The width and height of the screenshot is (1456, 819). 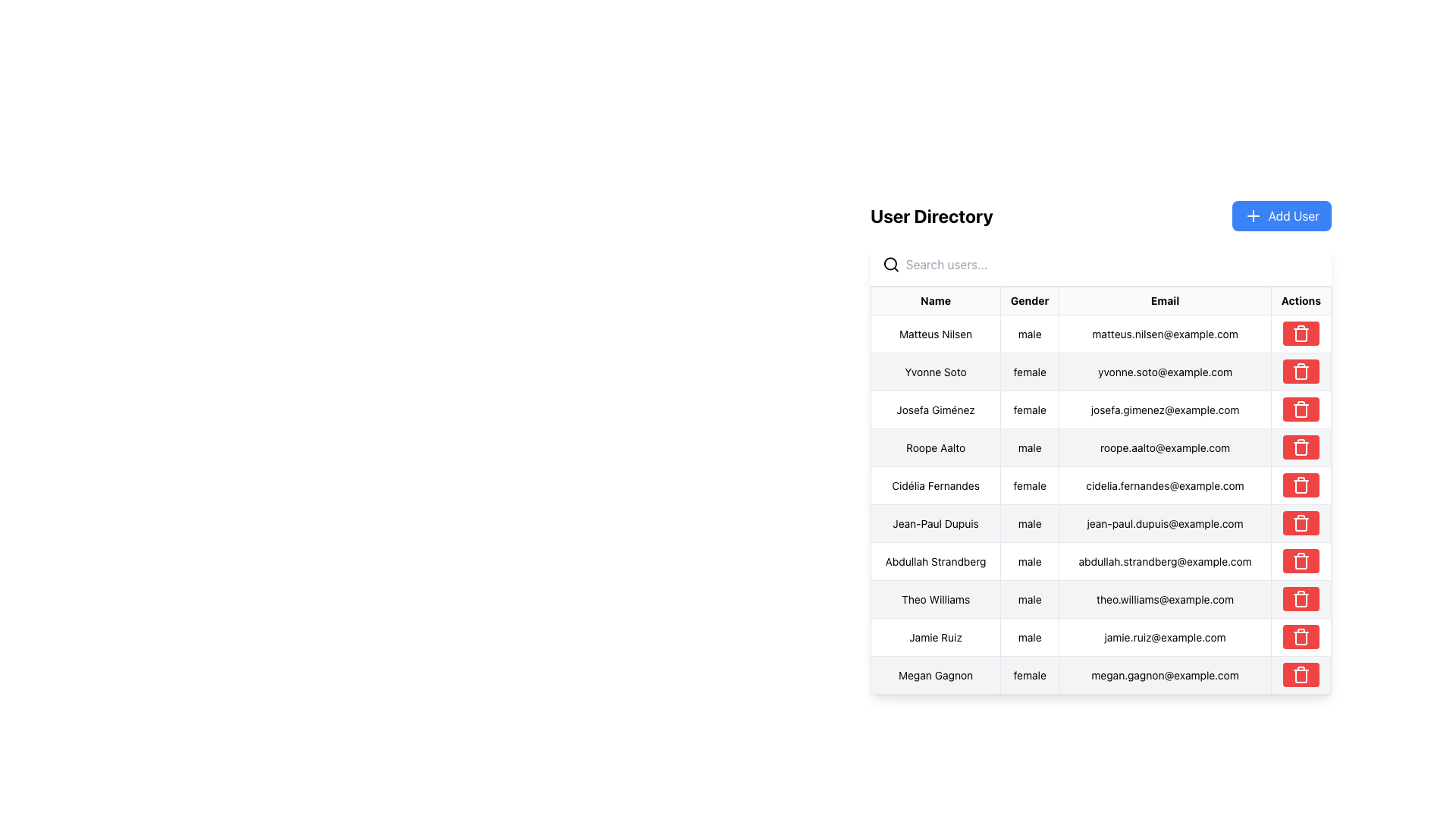 I want to click on the red rectangular delete button with a white trash can icon in the 'Actions' column of the second row for user 'Yvonne Soto', so click(x=1300, y=371).